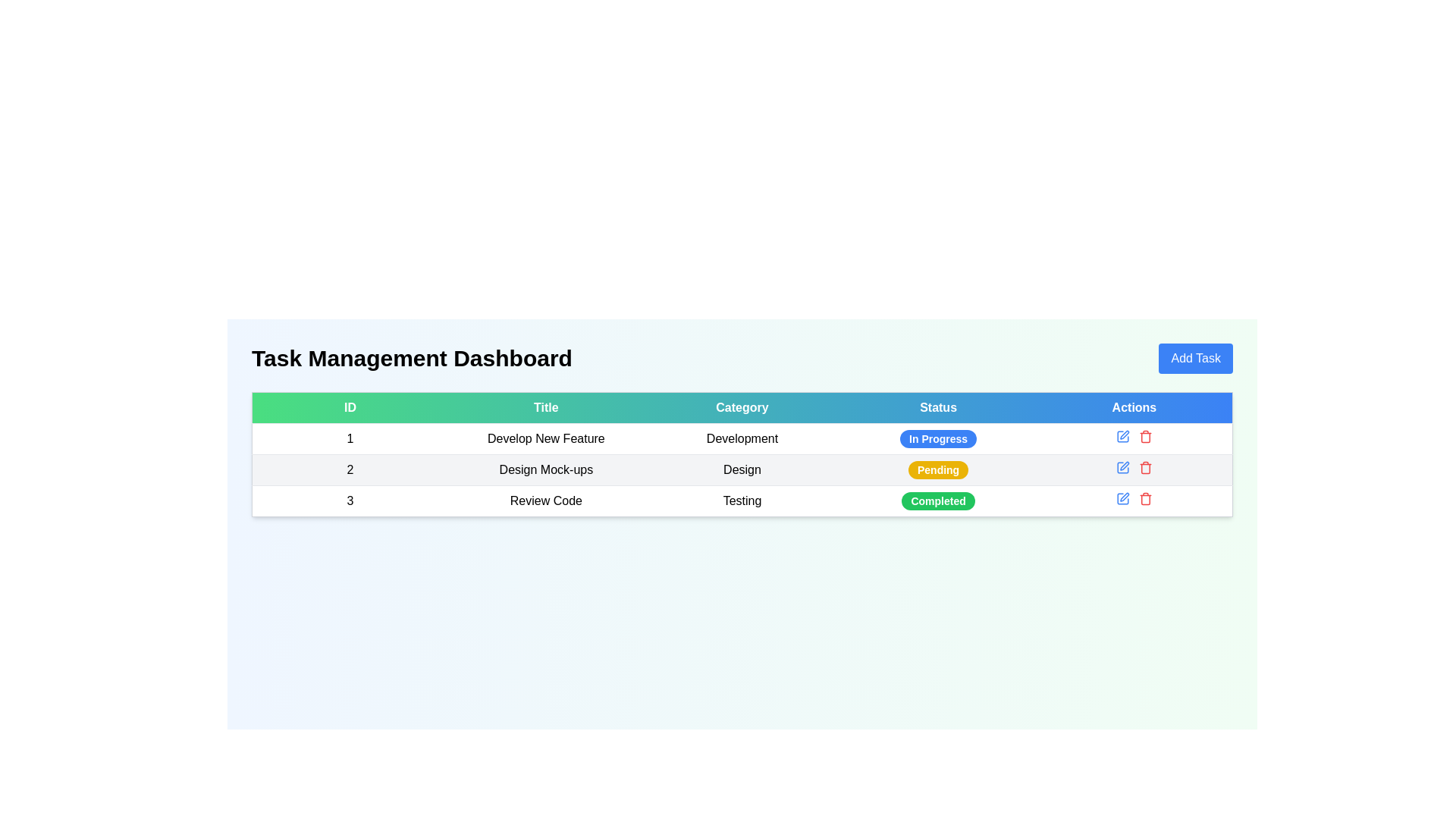  I want to click on the 'Category' column header in the table, which is the third header located between 'Title' and 'Status', so click(742, 406).